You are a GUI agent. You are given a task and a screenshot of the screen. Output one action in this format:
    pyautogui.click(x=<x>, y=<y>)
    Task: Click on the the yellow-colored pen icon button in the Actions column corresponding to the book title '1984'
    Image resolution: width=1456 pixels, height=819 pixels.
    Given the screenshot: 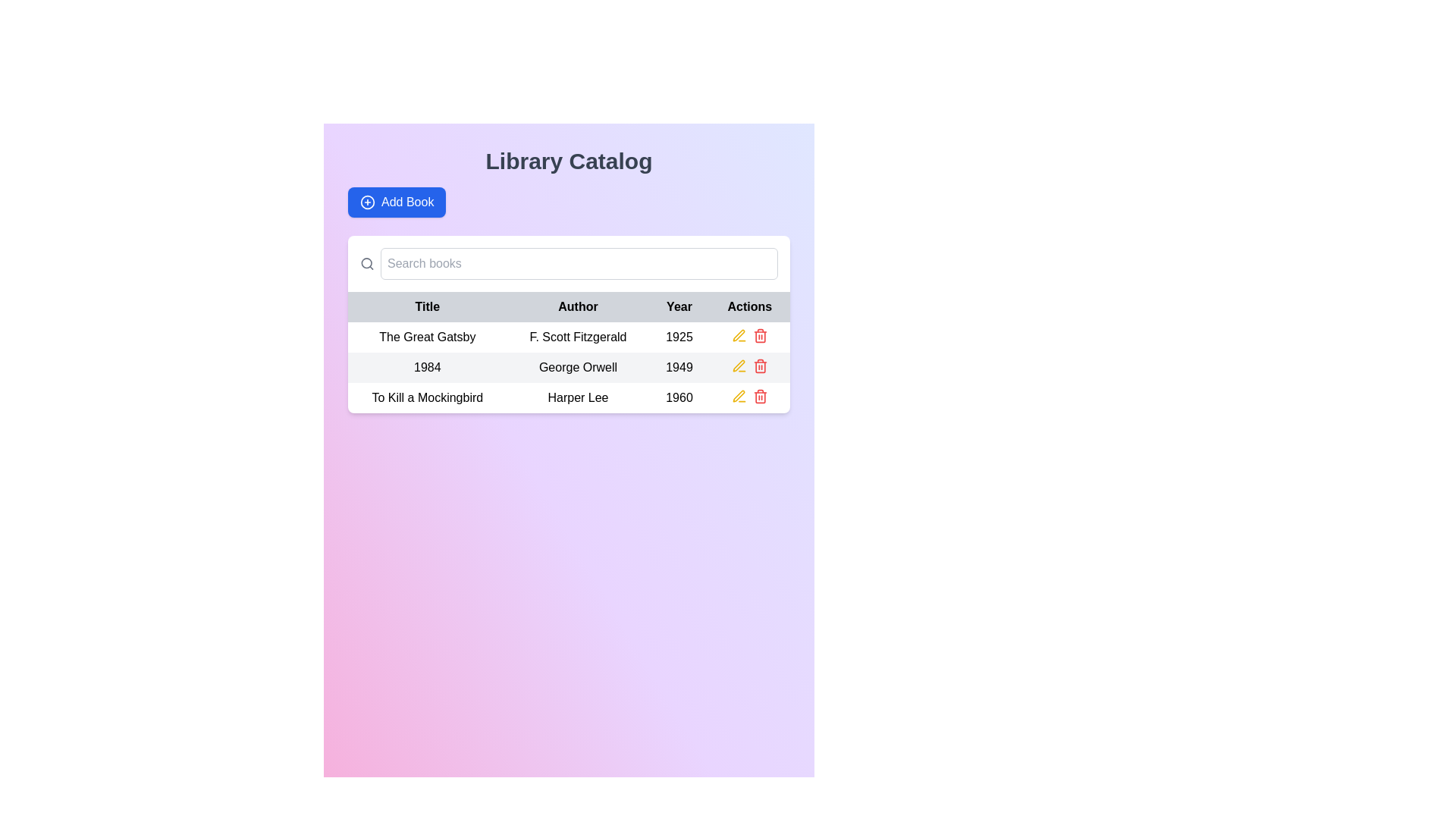 What is the action you would take?
    pyautogui.click(x=739, y=335)
    